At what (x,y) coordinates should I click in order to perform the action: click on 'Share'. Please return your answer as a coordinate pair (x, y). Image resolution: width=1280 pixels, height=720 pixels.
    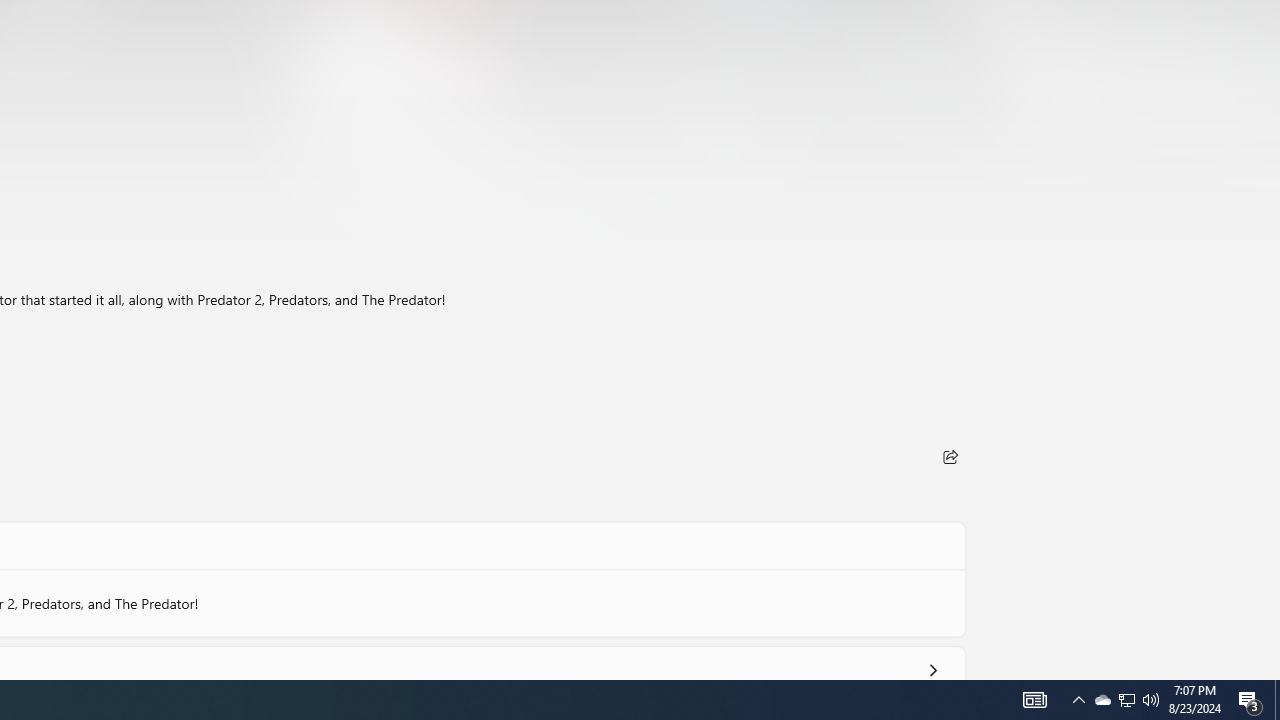
    Looking at the image, I should click on (949, 456).